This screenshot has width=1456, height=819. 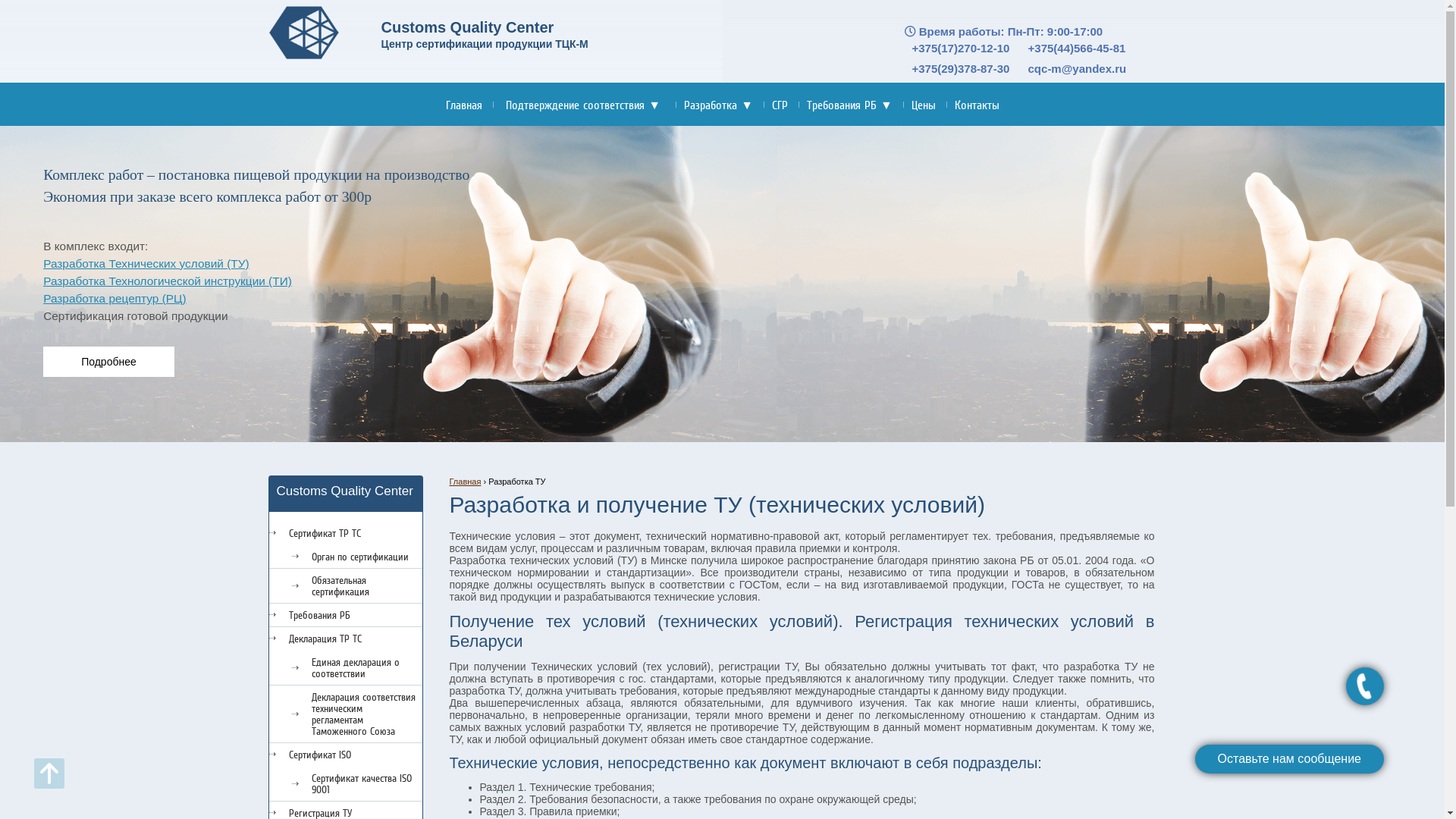 I want to click on '+375(17)270-12-10', so click(x=959, y=47).